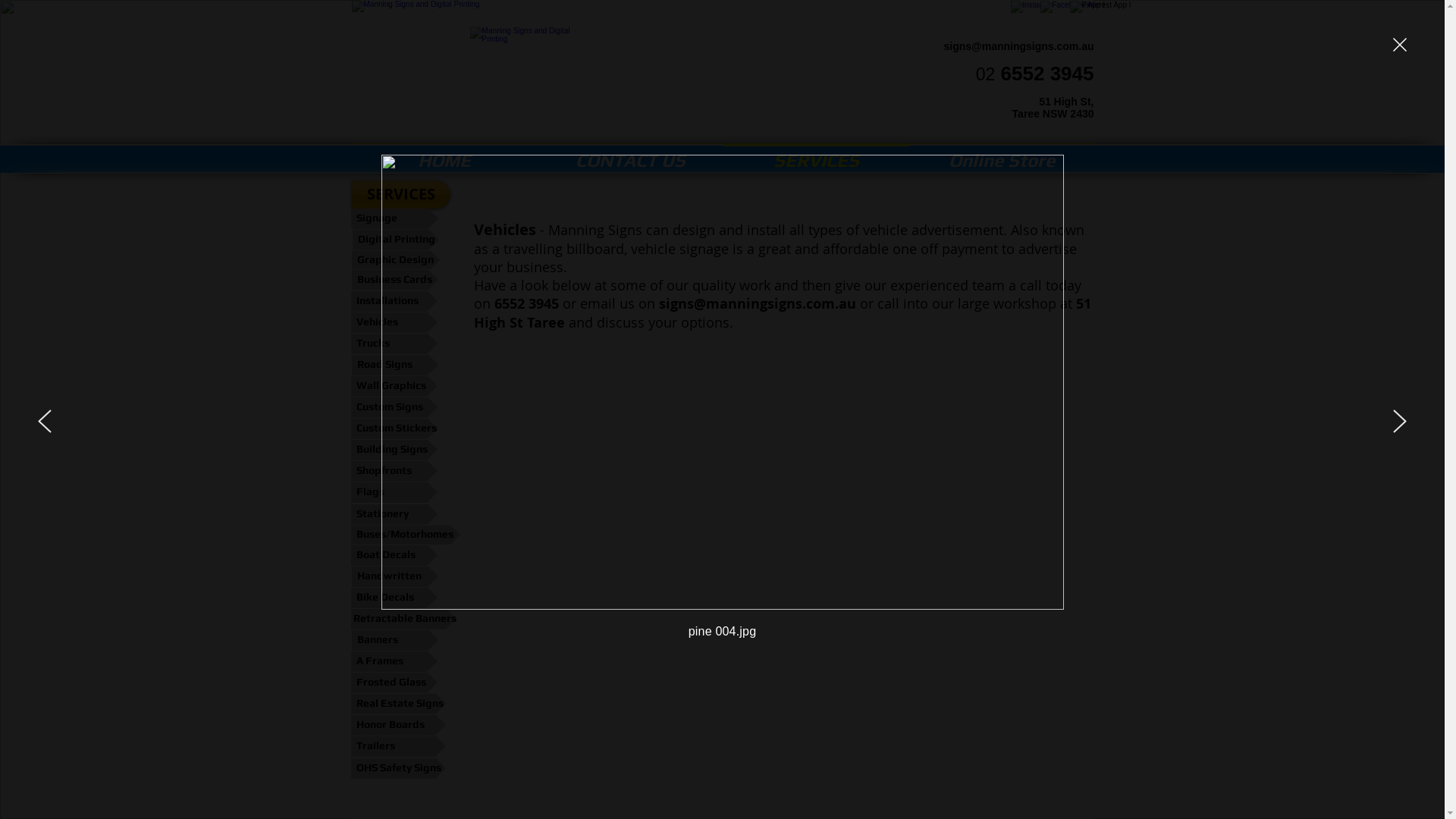  I want to click on 'Wall Graphics', so click(393, 385).